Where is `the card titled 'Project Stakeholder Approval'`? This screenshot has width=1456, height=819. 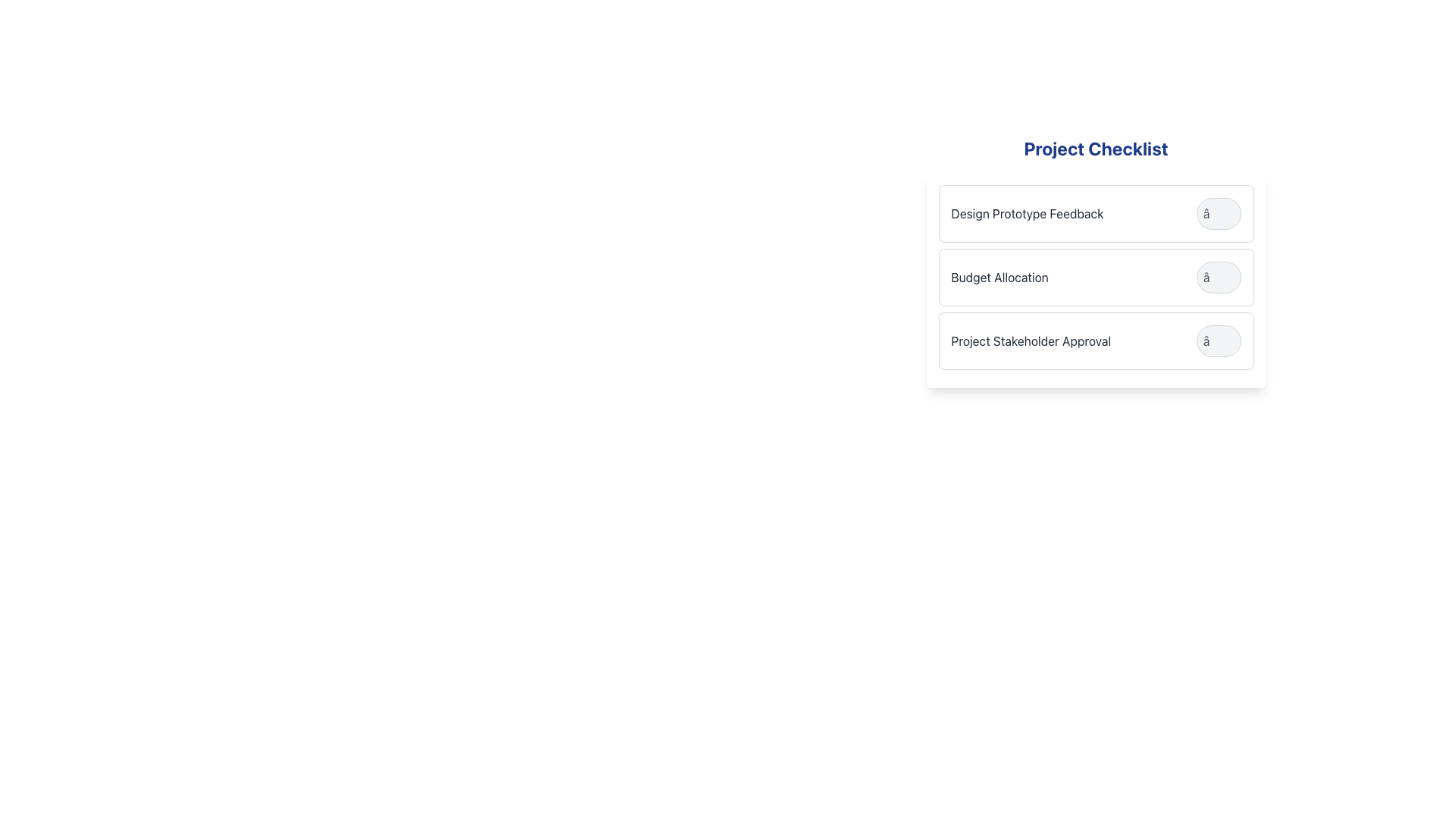
the card titled 'Project Stakeholder Approval' is located at coordinates (1096, 341).